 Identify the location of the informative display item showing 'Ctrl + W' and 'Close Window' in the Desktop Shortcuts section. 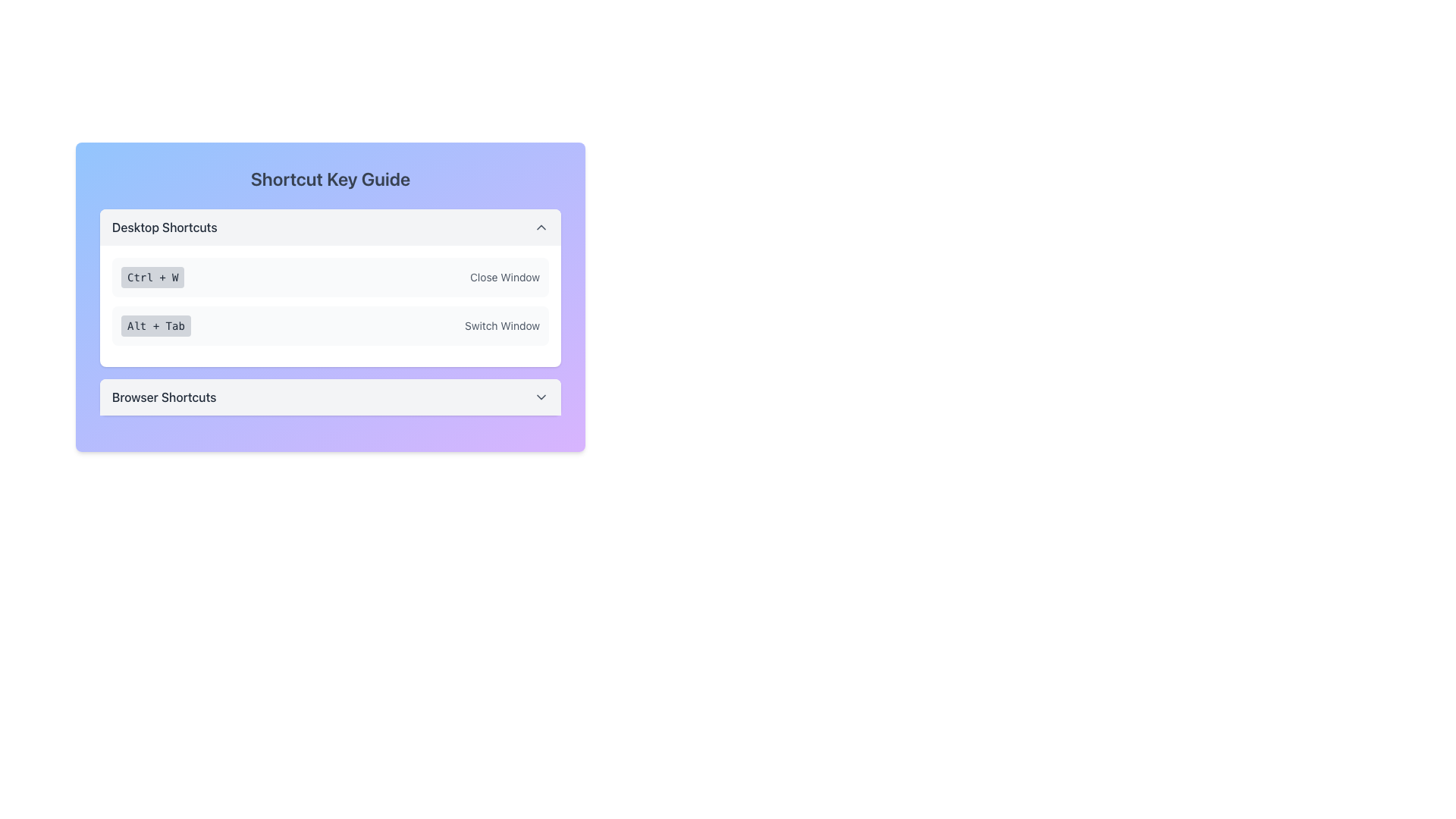
(330, 278).